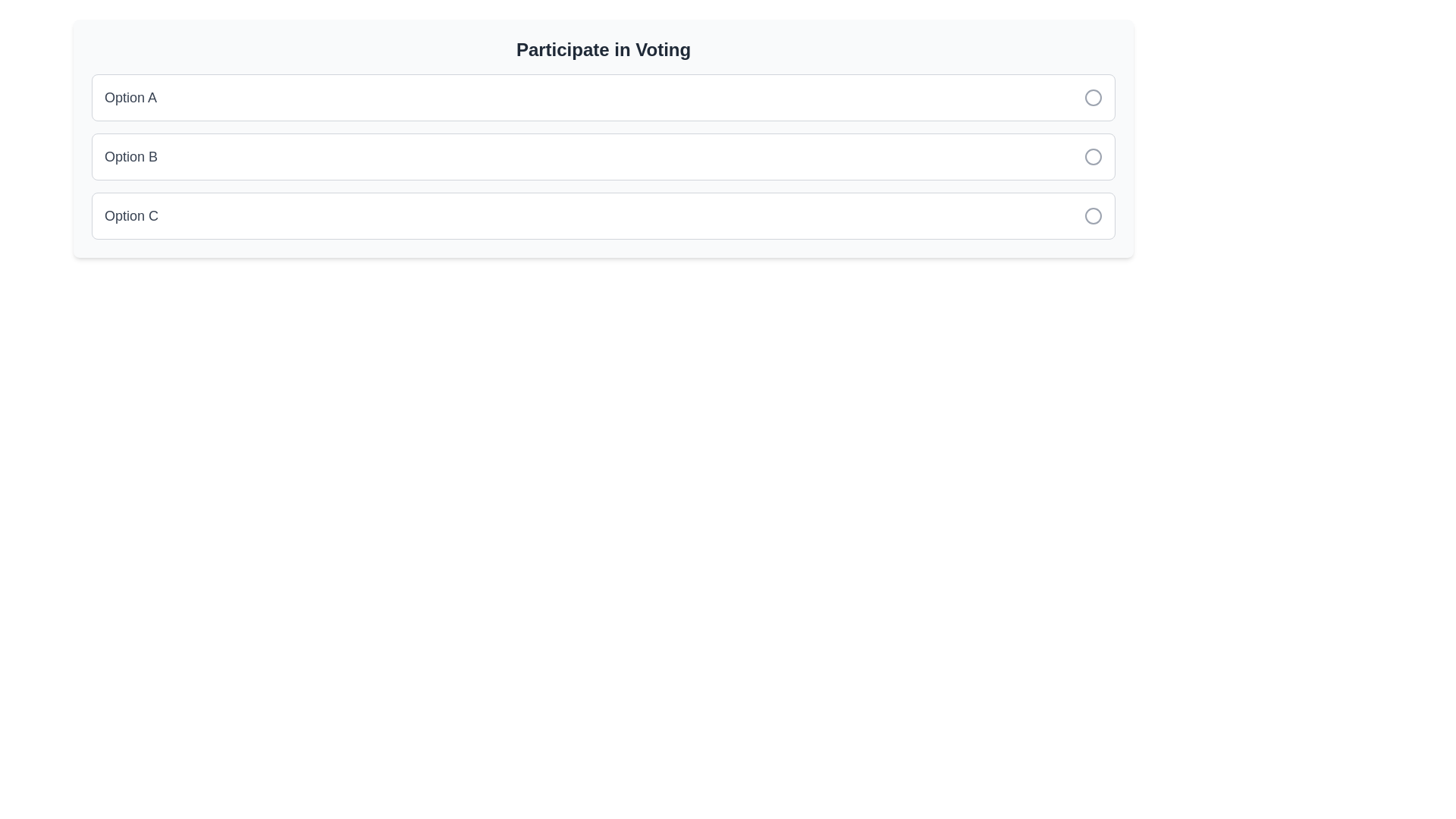  Describe the element at coordinates (1093, 216) in the screenshot. I see `the SVG icon styled as a circular outline with a grey border located at the far right end of the row labeled 'Option C'` at that location.